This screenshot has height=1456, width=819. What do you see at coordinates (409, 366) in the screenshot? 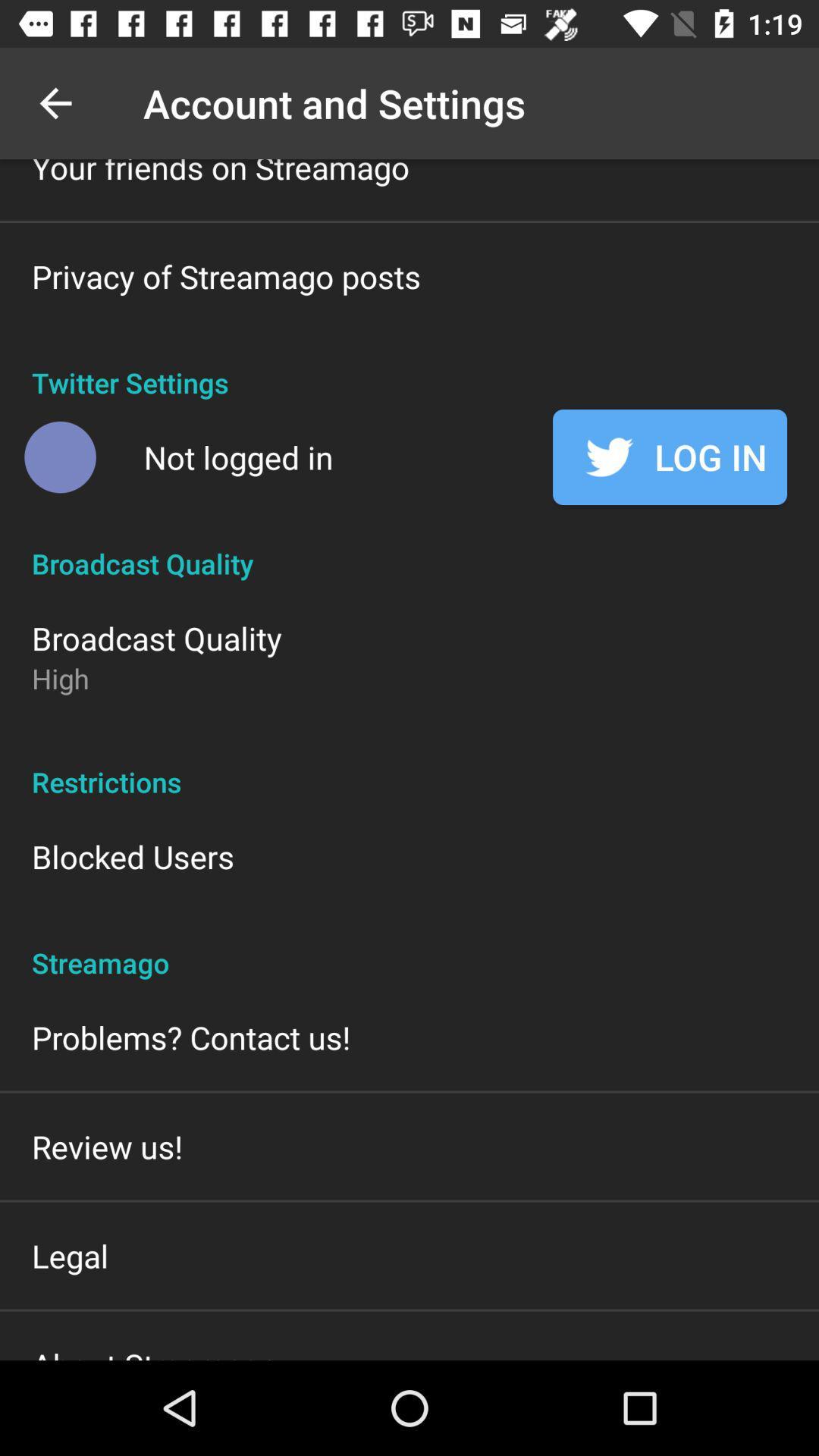
I see `twitter settings` at bounding box center [409, 366].